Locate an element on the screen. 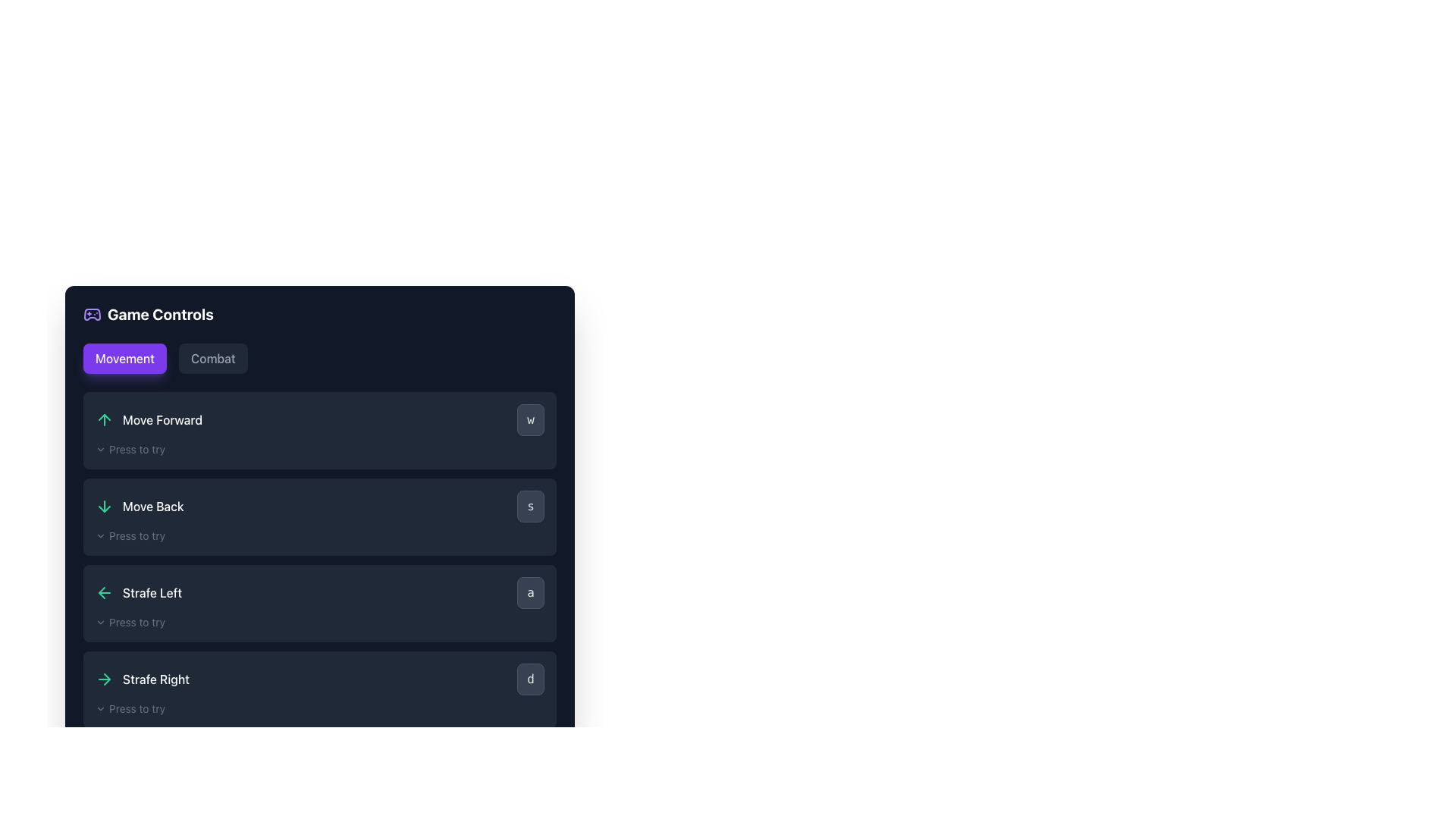  the key-display element indicating the 'w' key for the 'Move Forward' action, positioned at the rightmost end of its row in the control configuration interface is located at coordinates (531, 420).